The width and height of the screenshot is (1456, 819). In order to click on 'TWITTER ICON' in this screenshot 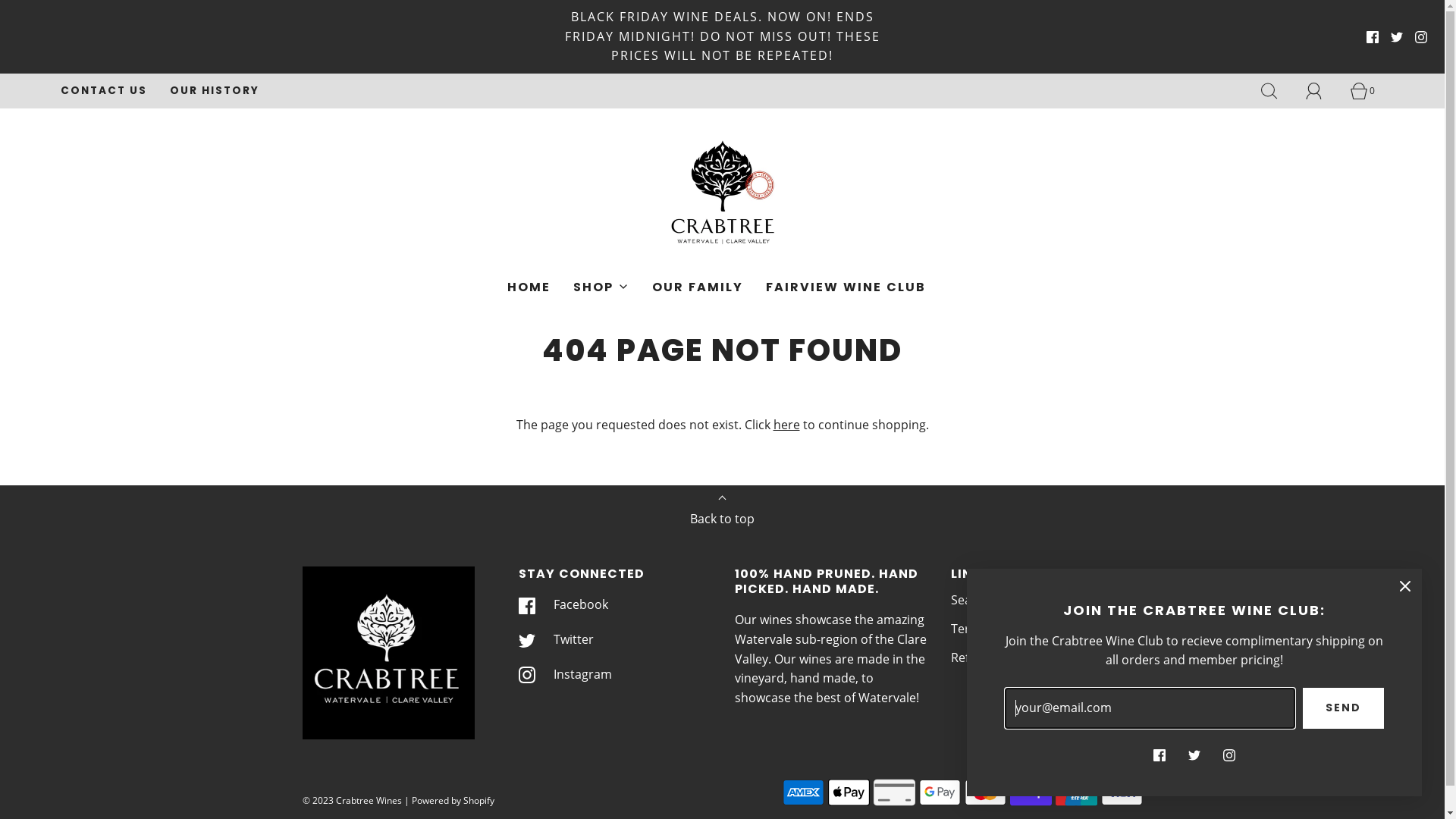, I will do `click(1390, 36)`.